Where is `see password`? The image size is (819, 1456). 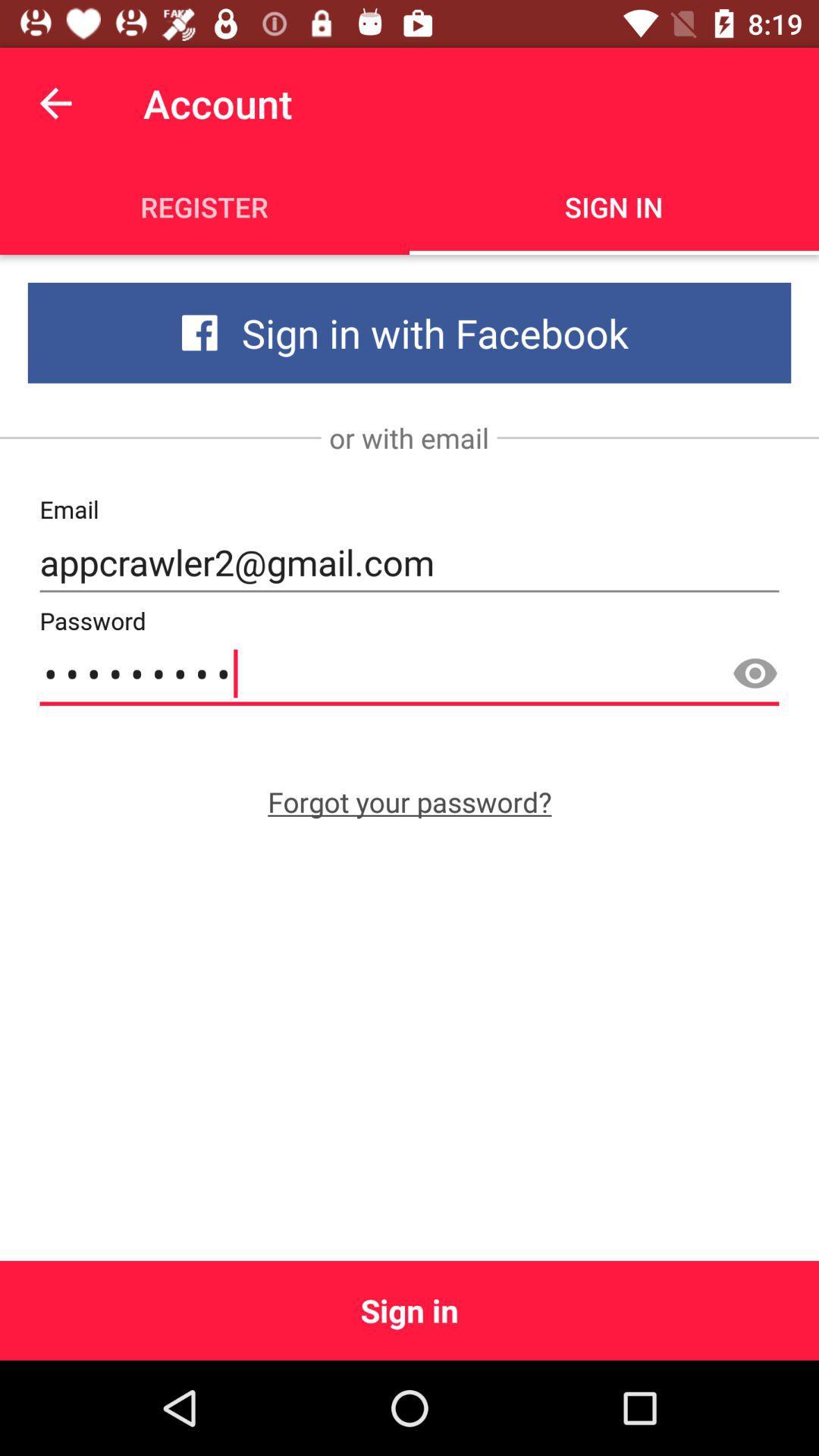 see password is located at coordinates (755, 673).